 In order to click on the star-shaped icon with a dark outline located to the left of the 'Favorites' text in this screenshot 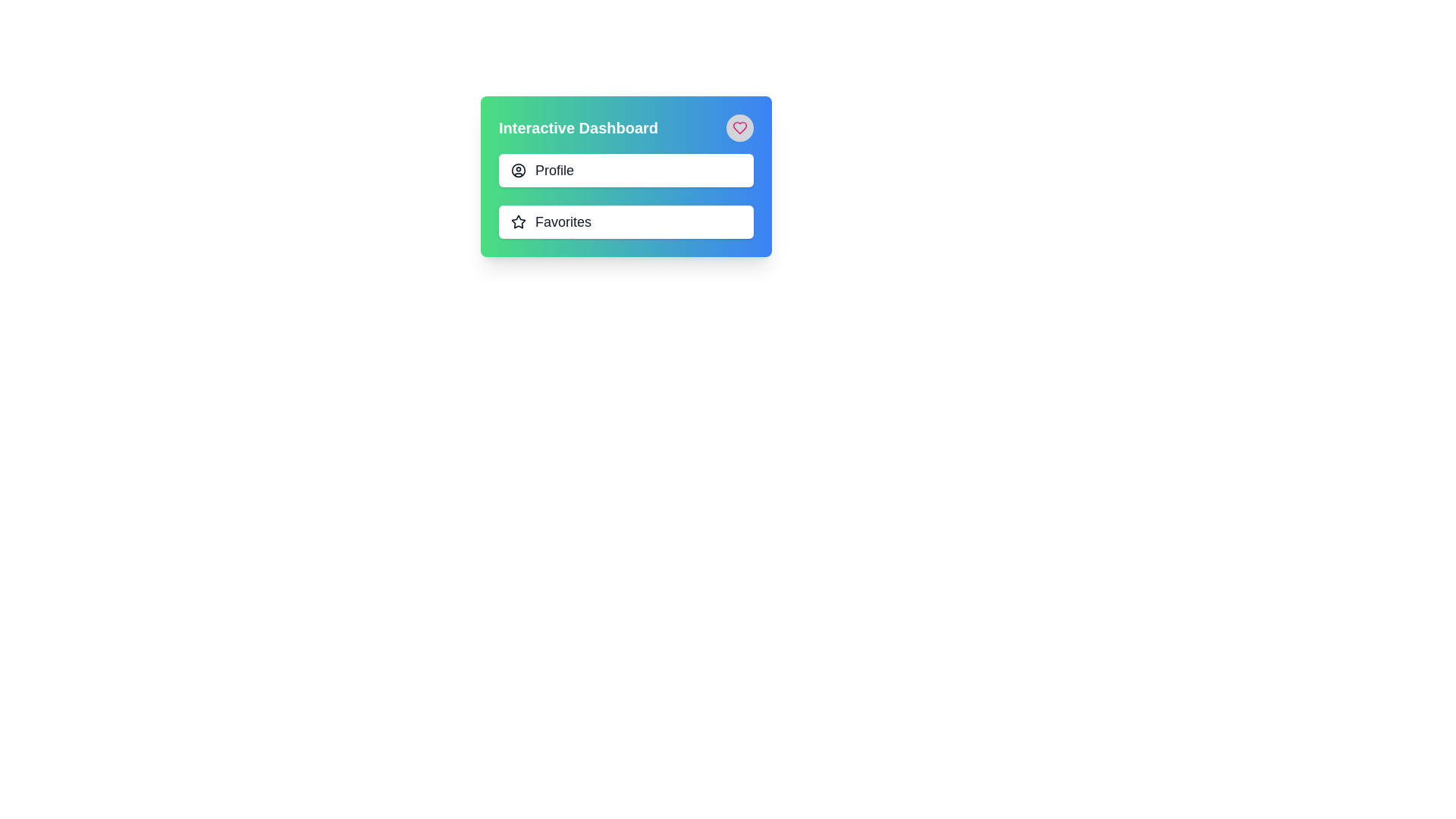, I will do `click(519, 222)`.